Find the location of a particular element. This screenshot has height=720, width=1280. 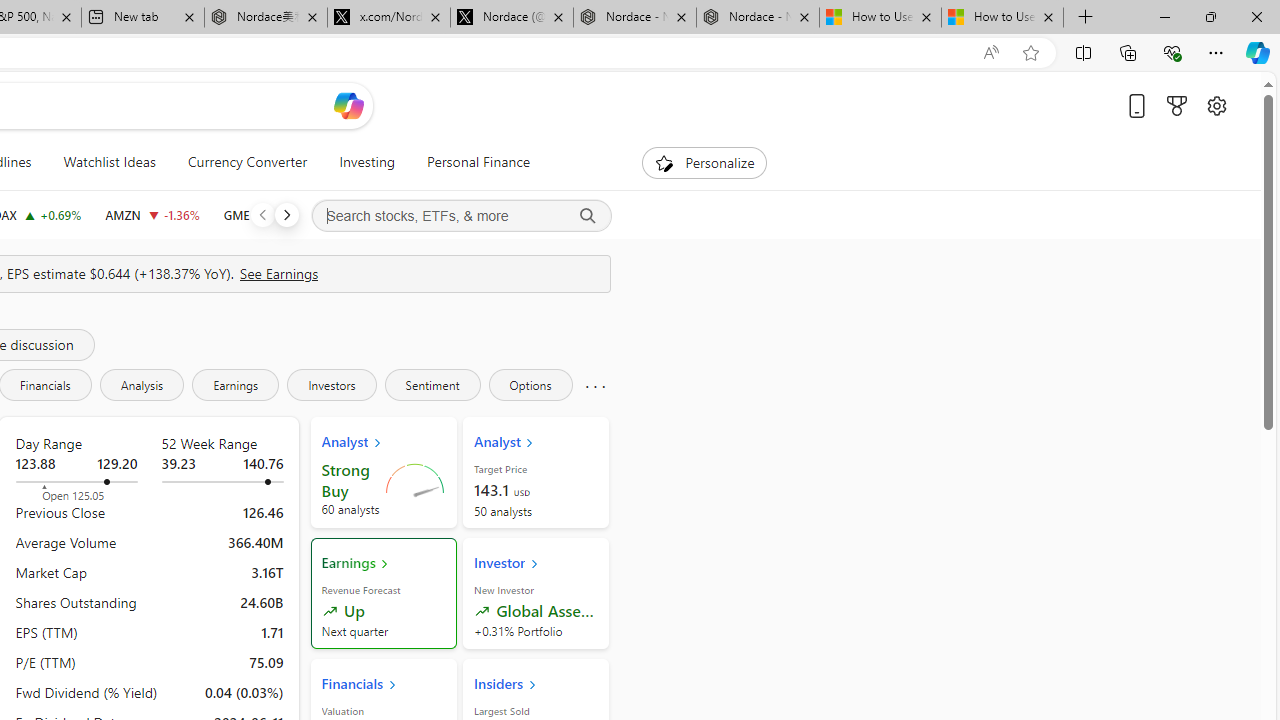

'Investing' is located at coordinates (367, 162).